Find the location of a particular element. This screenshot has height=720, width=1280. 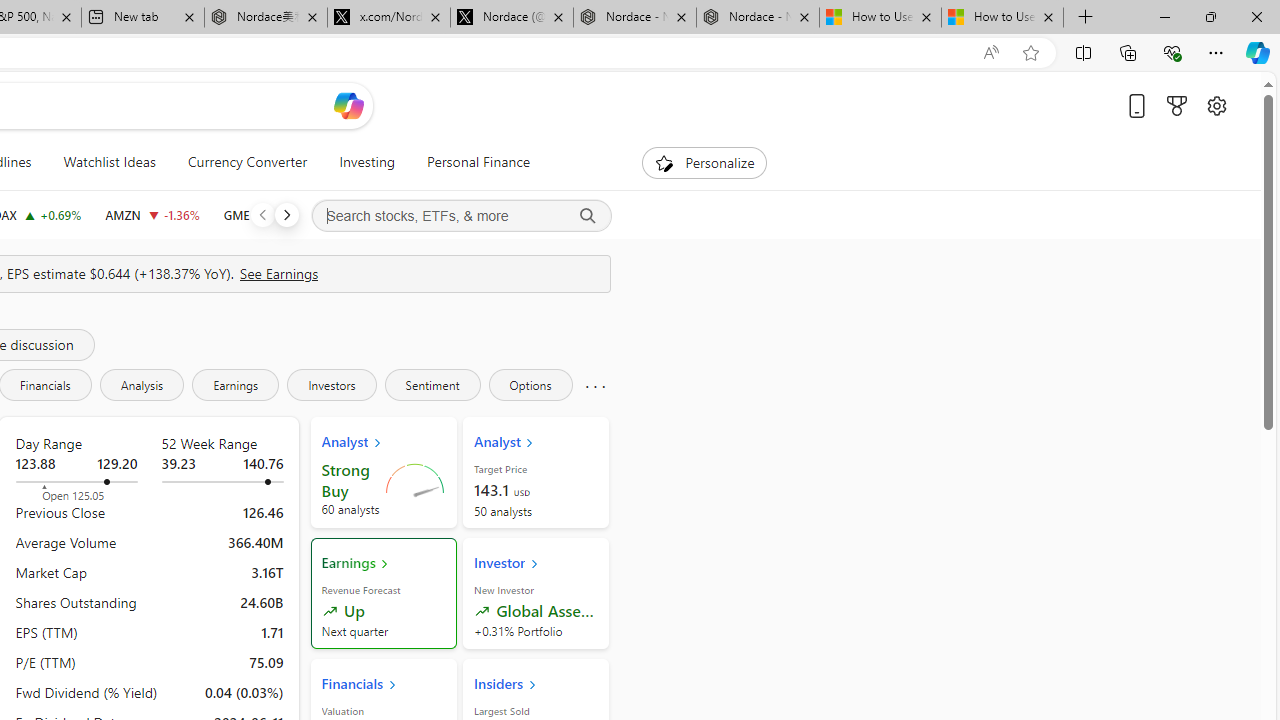

'Investing' is located at coordinates (367, 162).